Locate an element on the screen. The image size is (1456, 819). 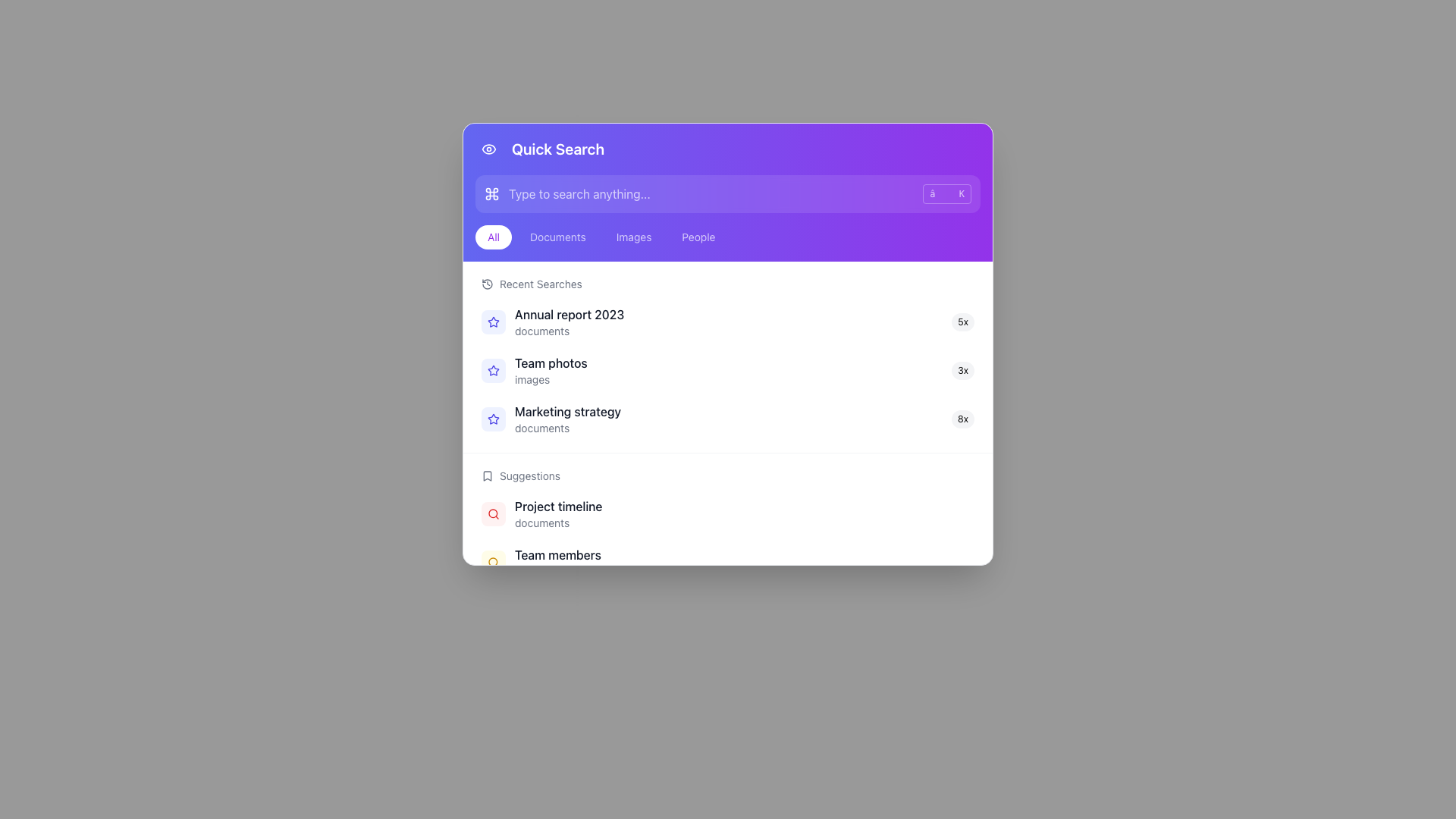
the star-shaped icon with a blue border located in the 'Recent Searches' section, adjacent to the 'Team photos' label is located at coordinates (494, 321).